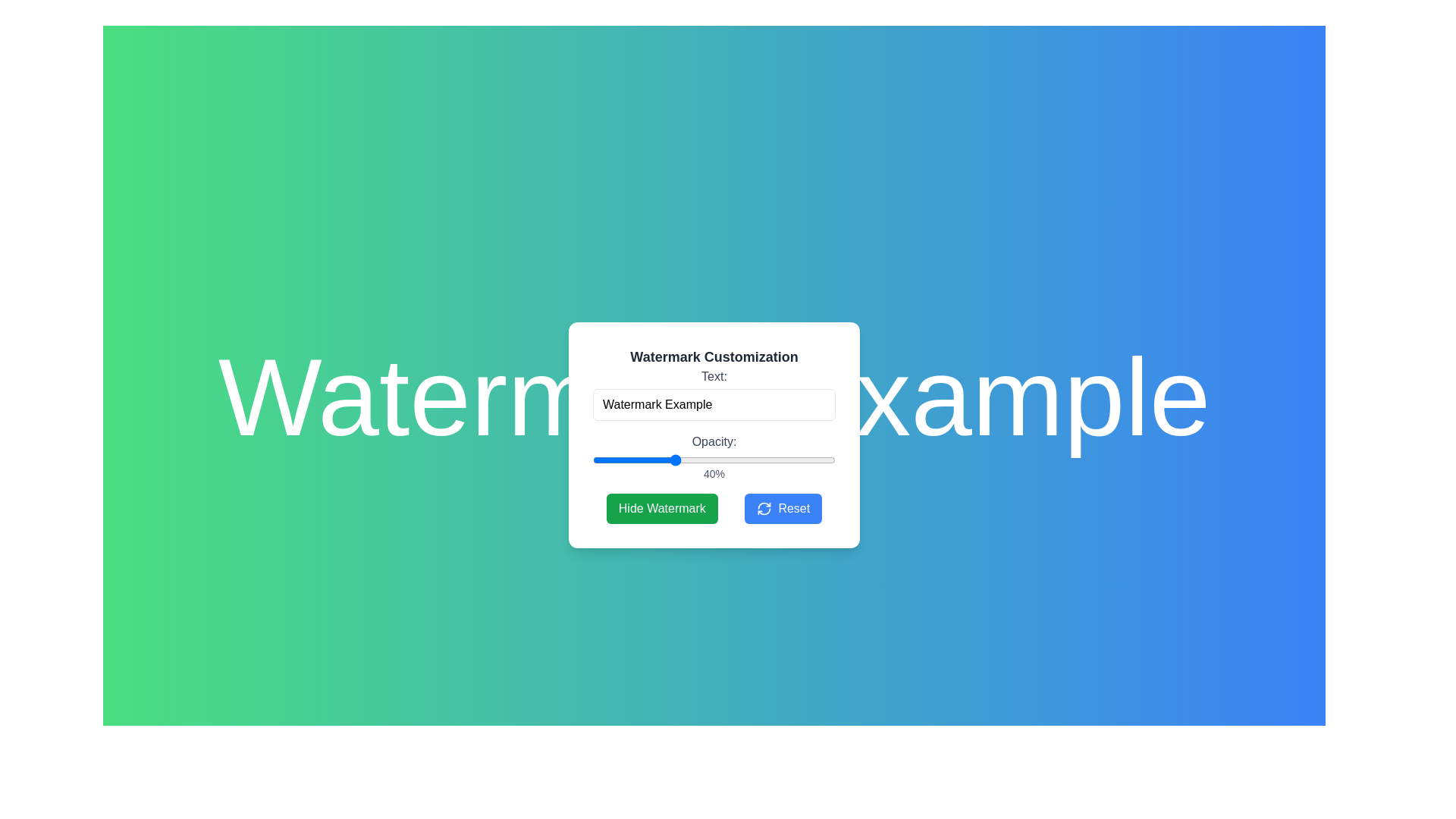  Describe the element at coordinates (741, 459) in the screenshot. I see `opacity` at that location.